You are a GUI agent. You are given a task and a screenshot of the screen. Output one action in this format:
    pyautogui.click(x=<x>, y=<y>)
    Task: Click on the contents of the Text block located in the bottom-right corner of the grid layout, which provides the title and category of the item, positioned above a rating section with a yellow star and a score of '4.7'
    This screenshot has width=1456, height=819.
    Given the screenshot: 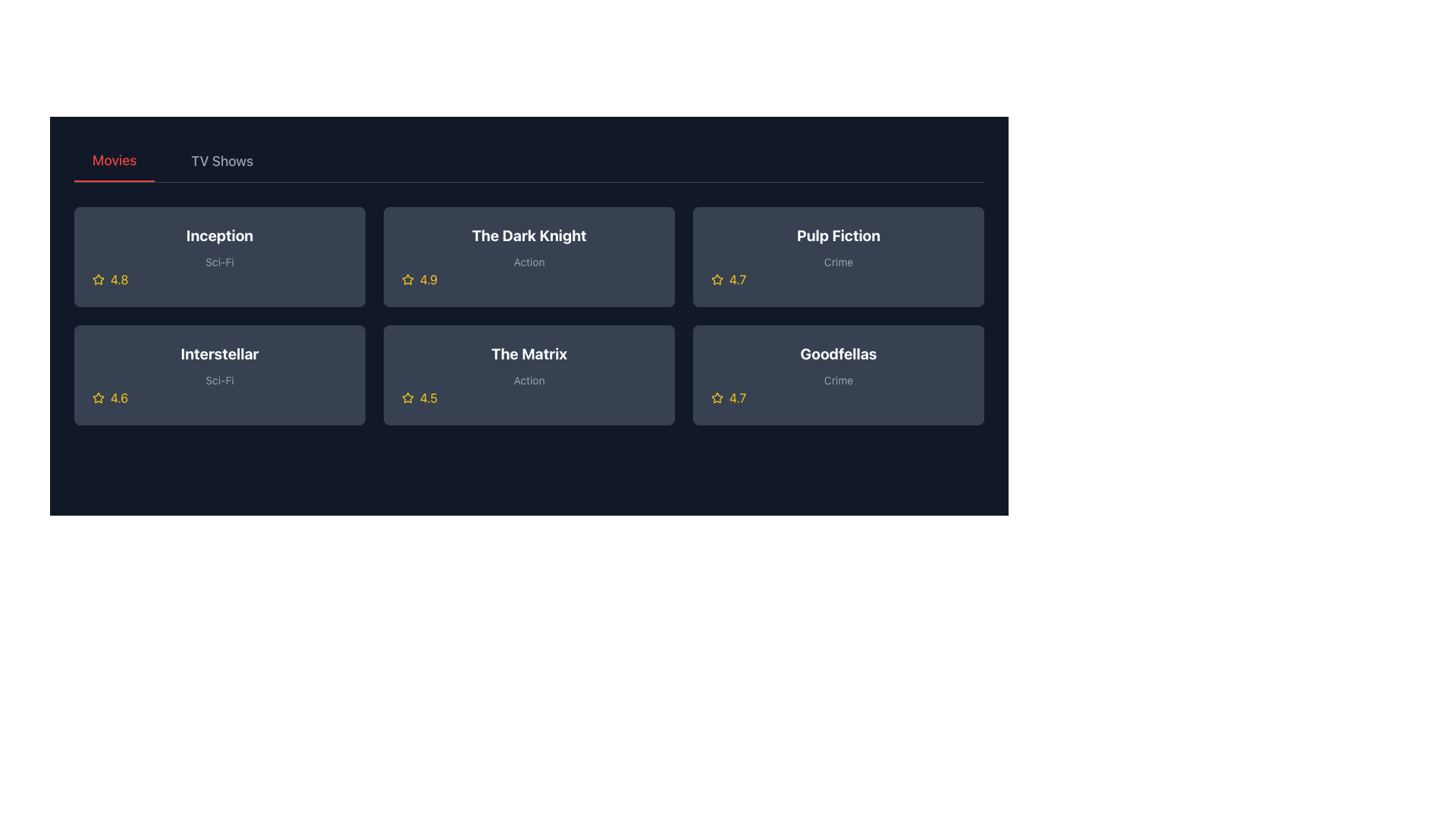 What is the action you would take?
    pyautogui.click(x=837, y=366)
    